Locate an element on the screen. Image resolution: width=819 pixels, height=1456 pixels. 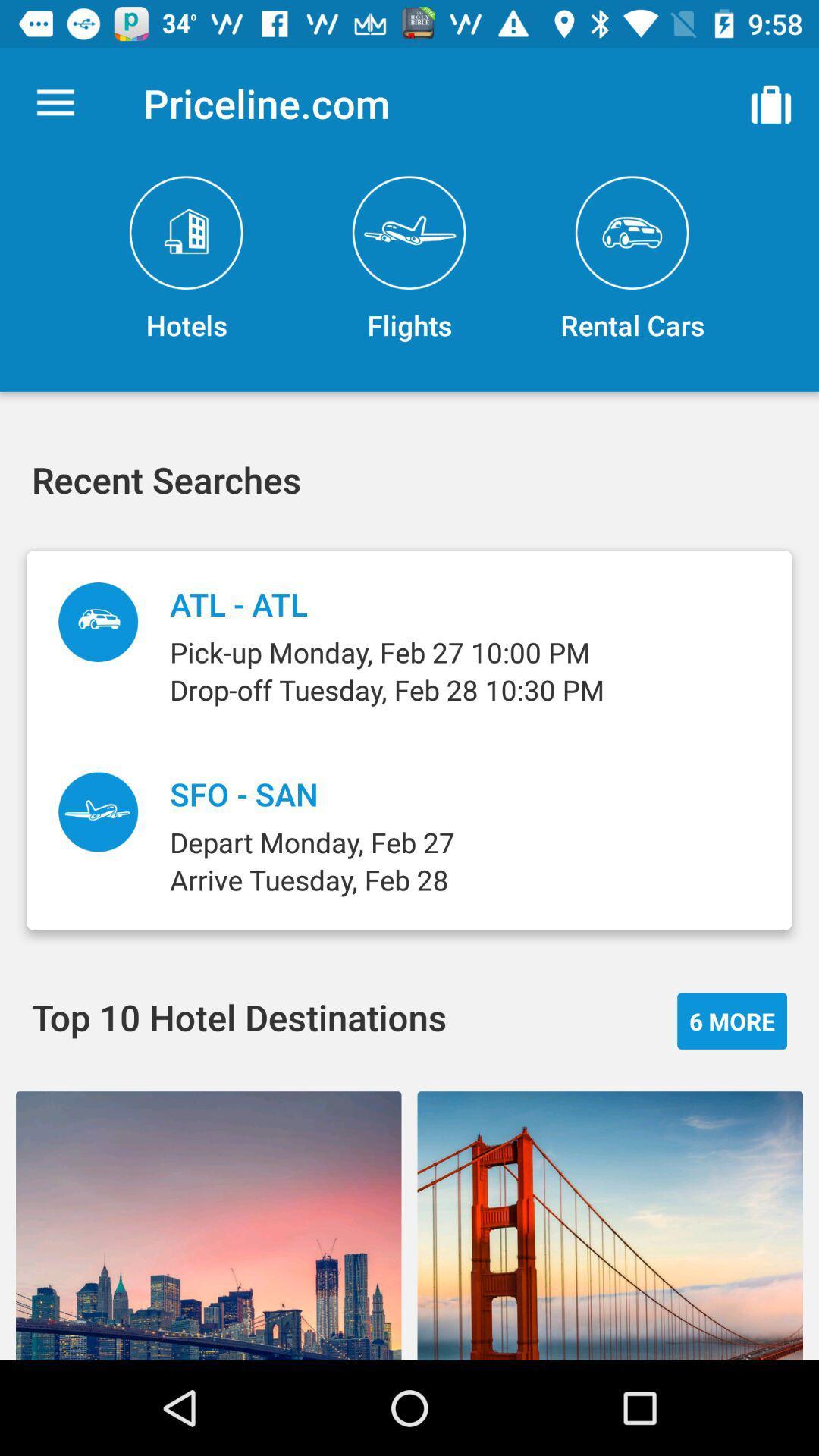
icon above the hotels icon is located at coordinates (55, 102).